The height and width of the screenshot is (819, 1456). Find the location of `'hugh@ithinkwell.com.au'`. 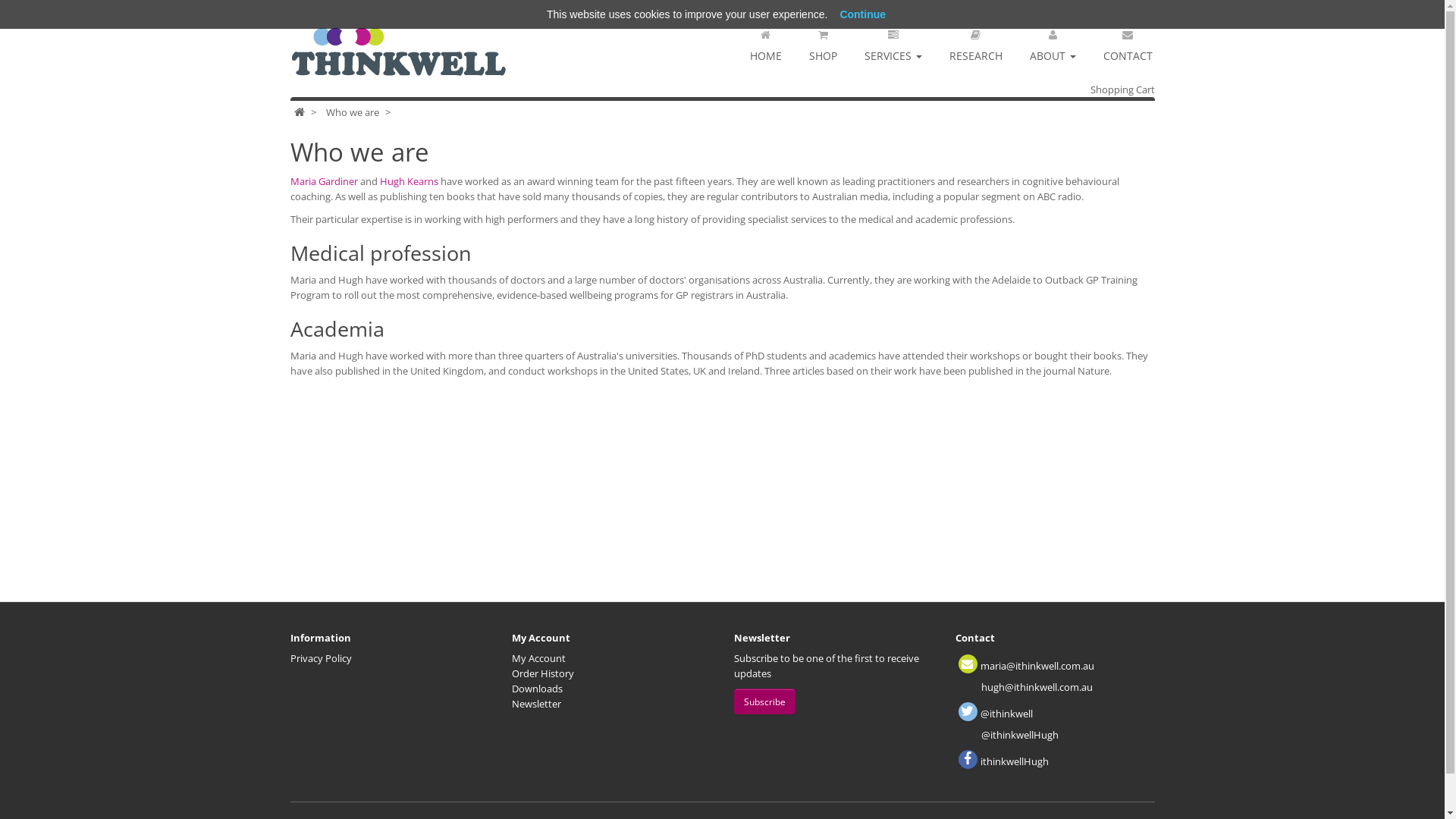

'hugh@ithinkwell.com.au' is located at coordinates (1036, 687).